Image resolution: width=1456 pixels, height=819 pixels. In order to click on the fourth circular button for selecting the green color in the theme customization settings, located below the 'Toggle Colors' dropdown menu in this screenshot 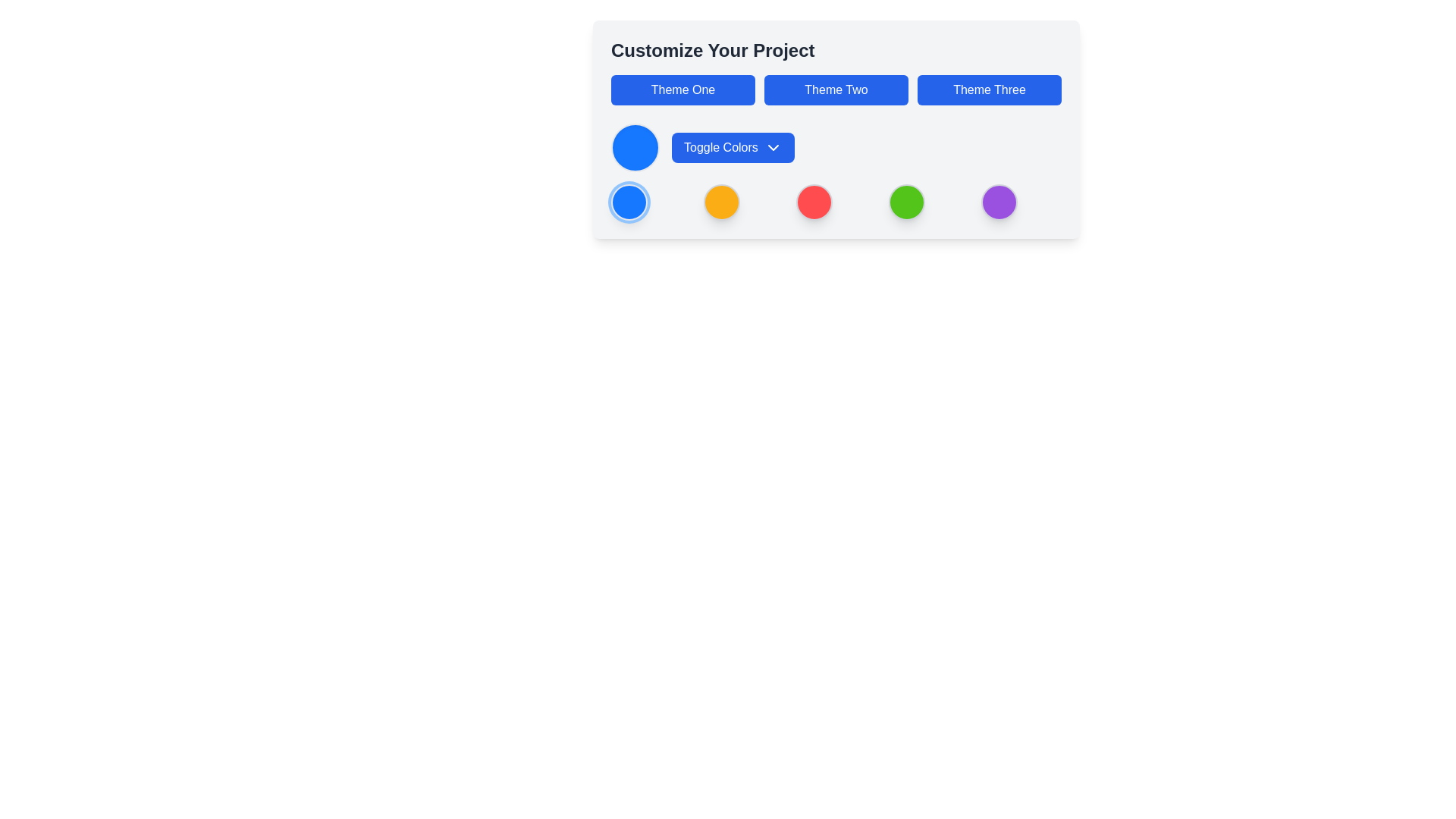, I will do `click(906, 201)`.